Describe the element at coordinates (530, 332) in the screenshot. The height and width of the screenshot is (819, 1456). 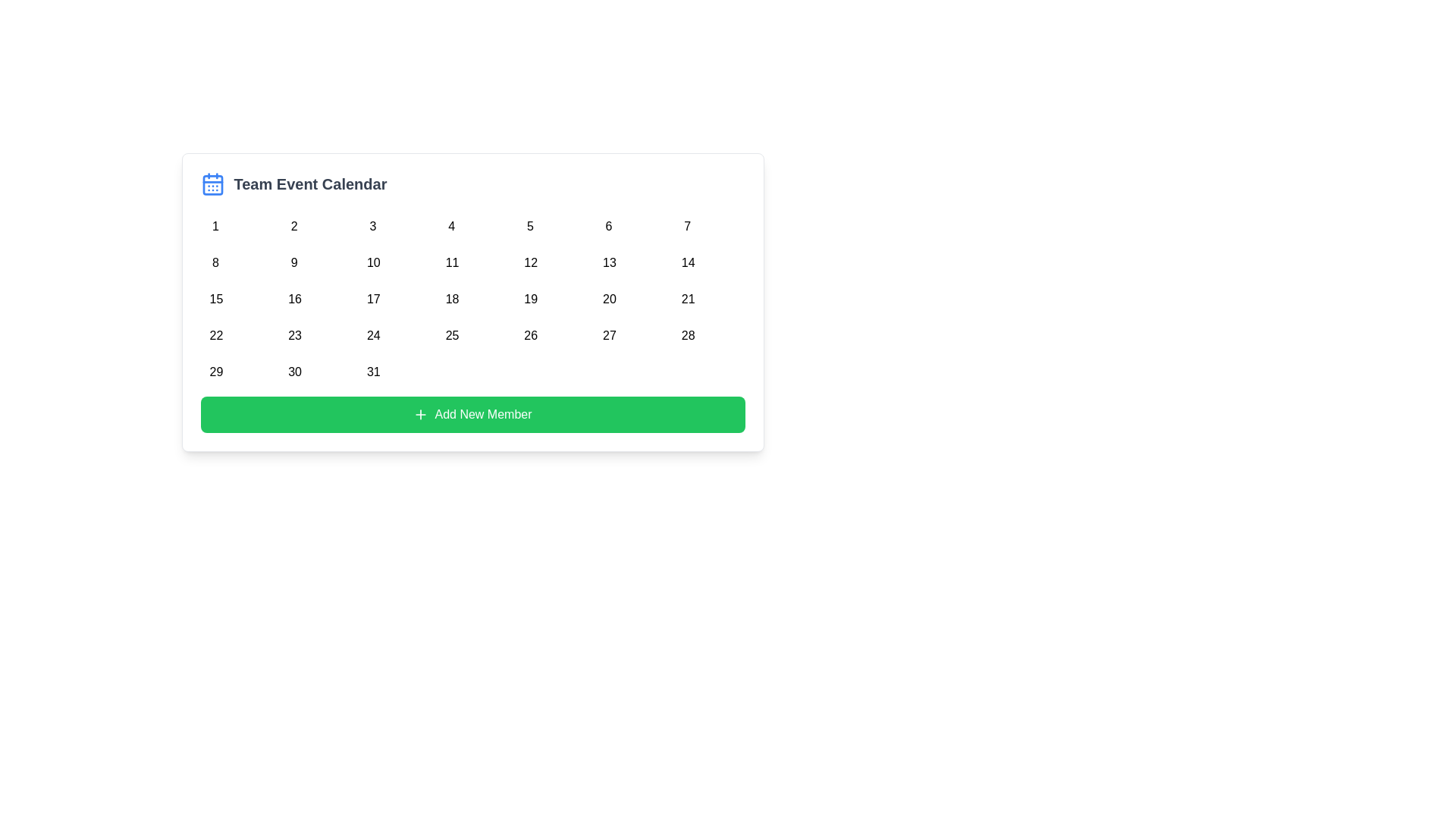
I see `the circular button labeled '26'` at that location.